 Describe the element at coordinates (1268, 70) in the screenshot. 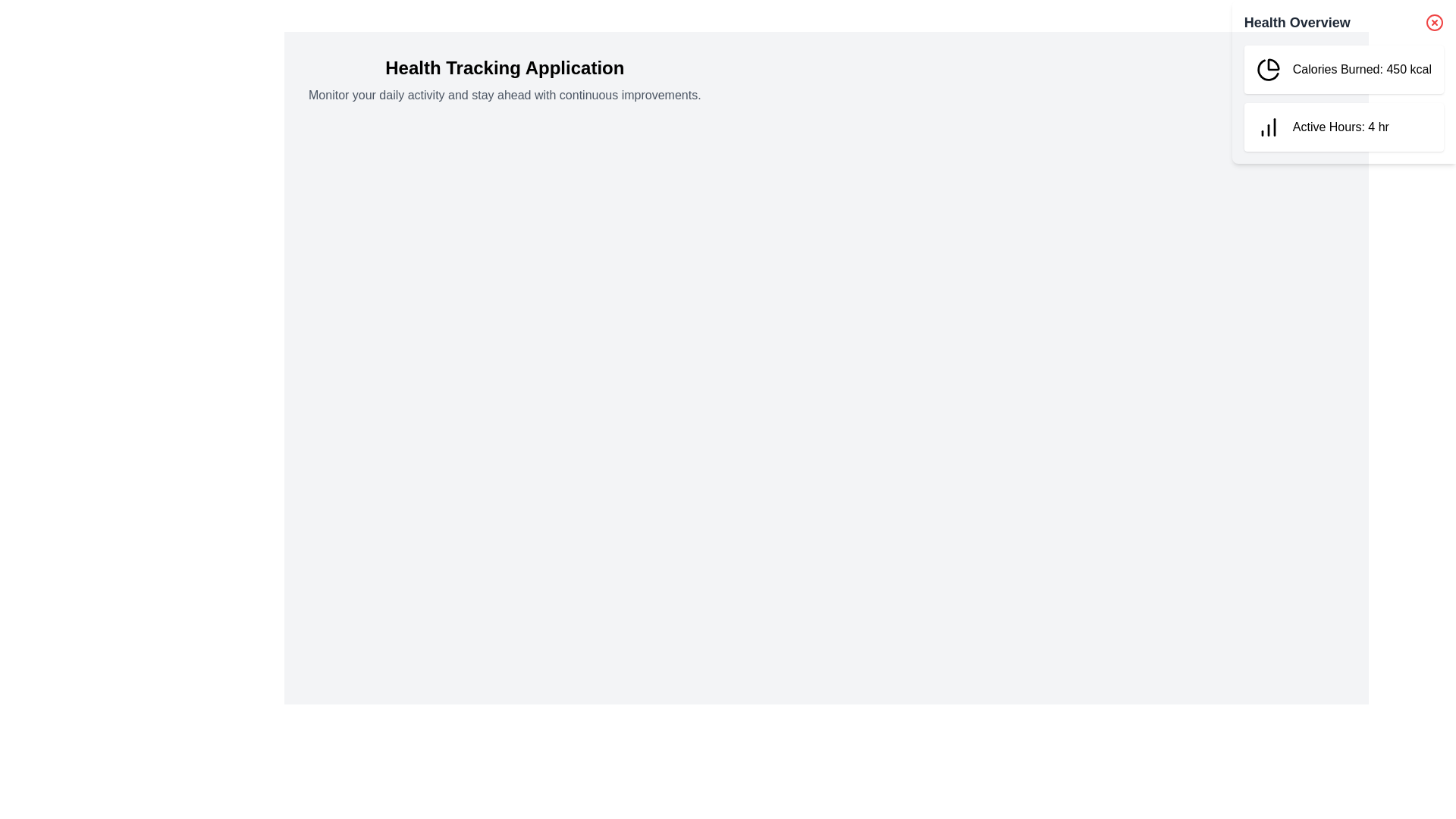

I see `the green pie chart icon with a black outline located in the top-left corner of the 'Calories Burned: 450 kcal' card` at that location.